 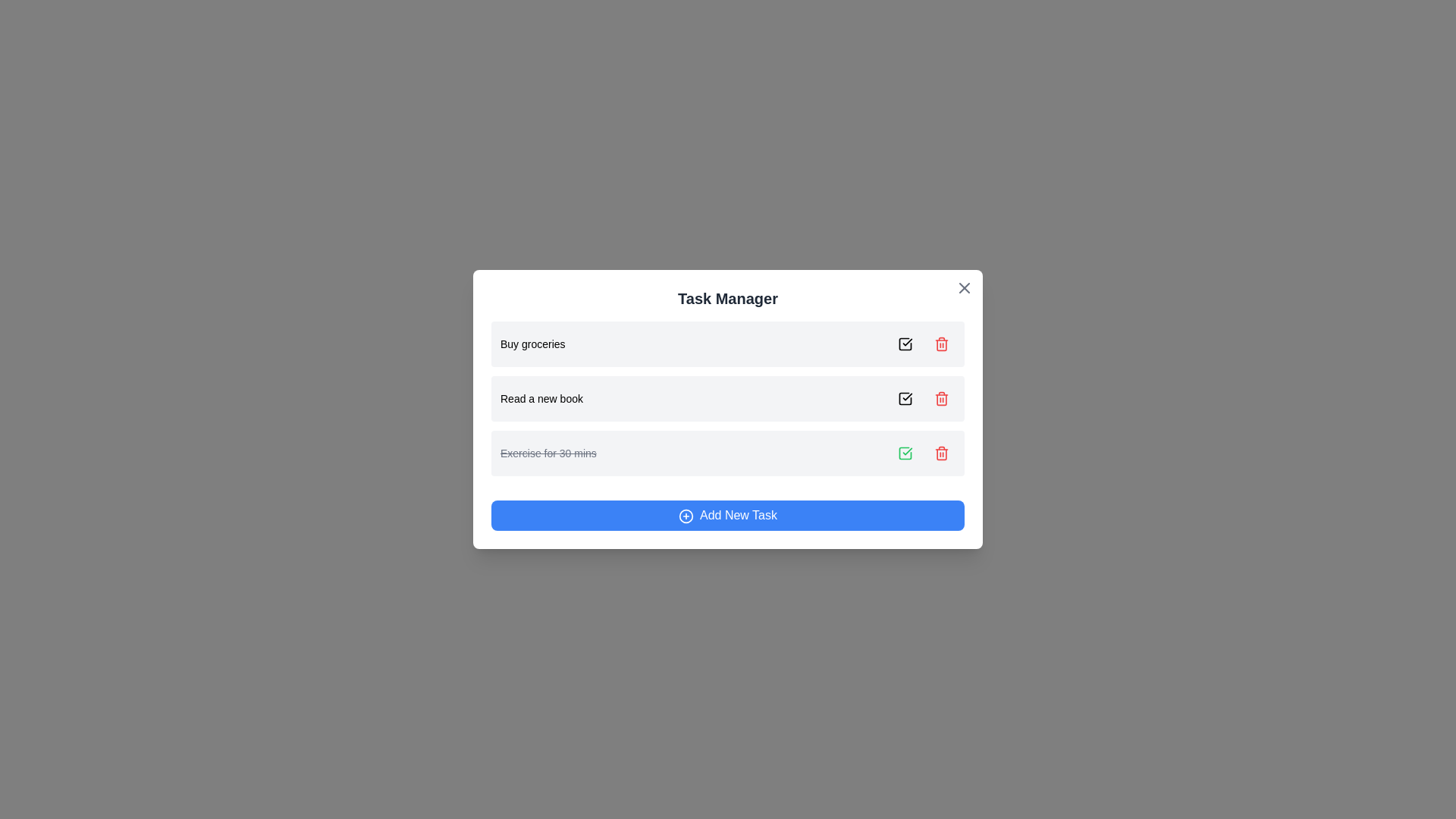 I want to click on the checkbox in the task list within the 'Task Manager' modal, so click(x=728, y=397).